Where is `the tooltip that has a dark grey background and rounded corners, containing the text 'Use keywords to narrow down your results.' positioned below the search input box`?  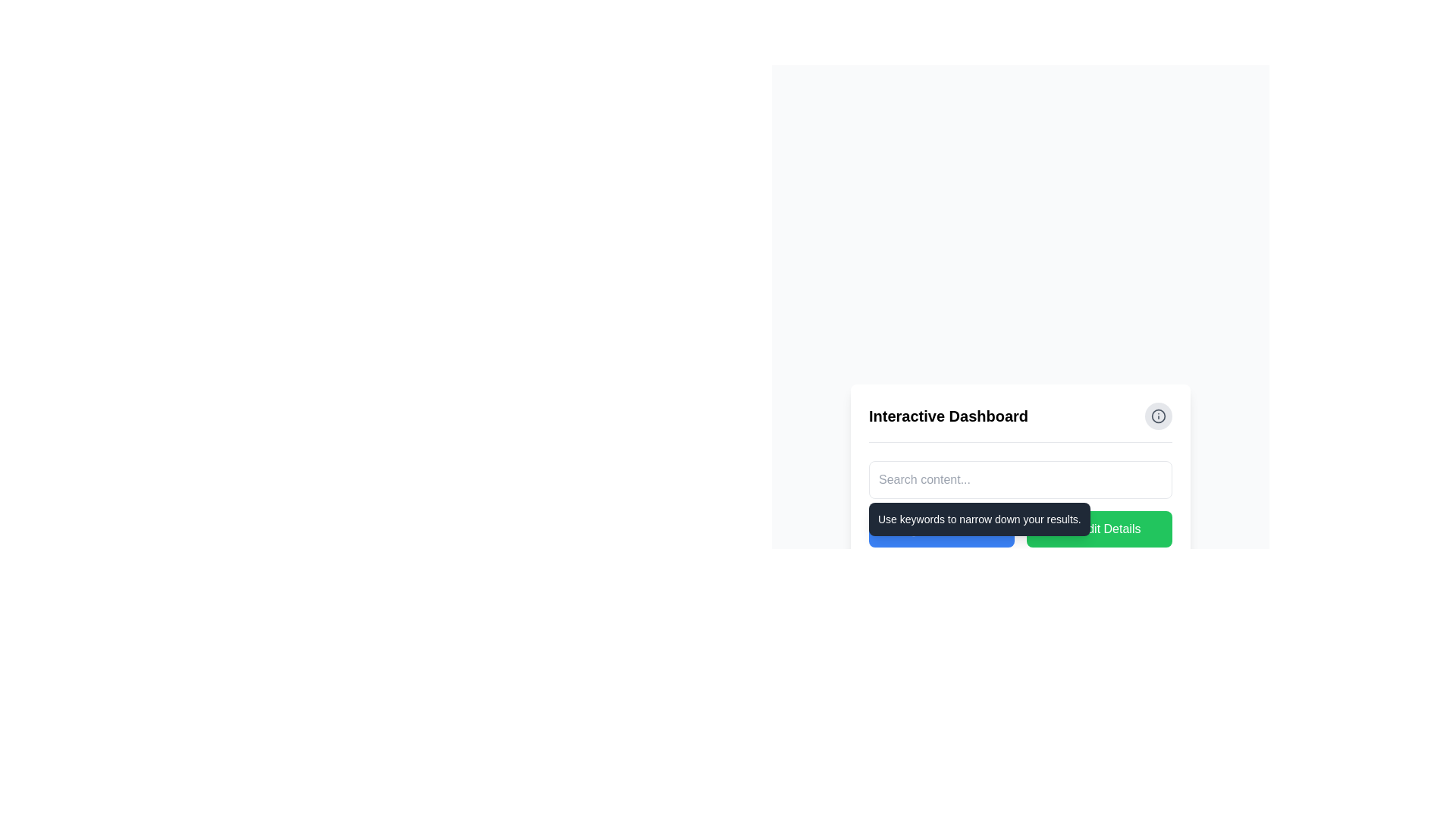
the tooltip that has a dark grey background and rounded corners, containing the text 'Use keywords to narrow down your results.' positioned below the search input box is located at coordinates (979, 518).